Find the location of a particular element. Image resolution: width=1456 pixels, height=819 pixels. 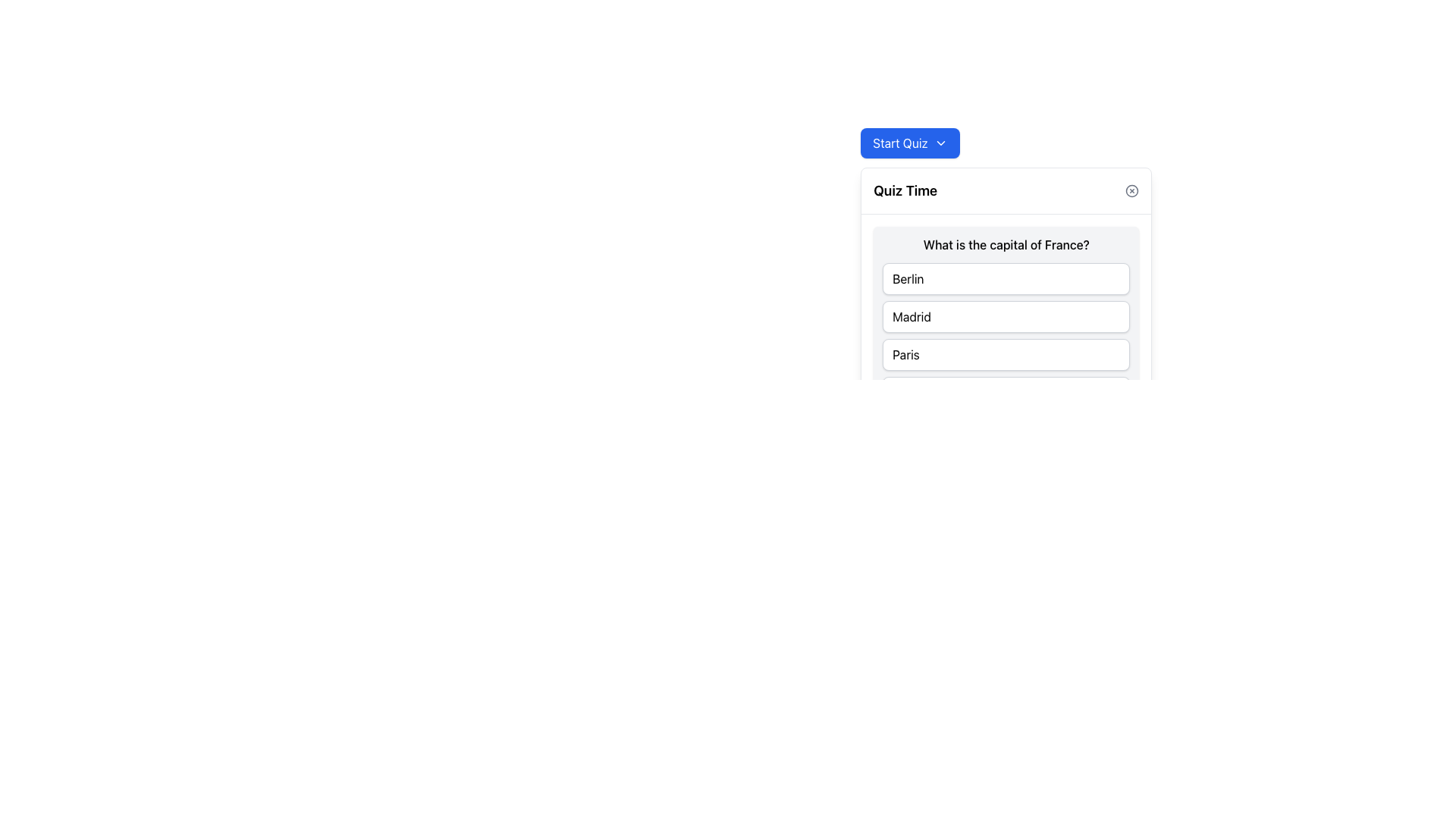

the selectable answer option labeled 'Madrid', which is the second option in a vertical list of answers is located at coordinates (1006, 315).